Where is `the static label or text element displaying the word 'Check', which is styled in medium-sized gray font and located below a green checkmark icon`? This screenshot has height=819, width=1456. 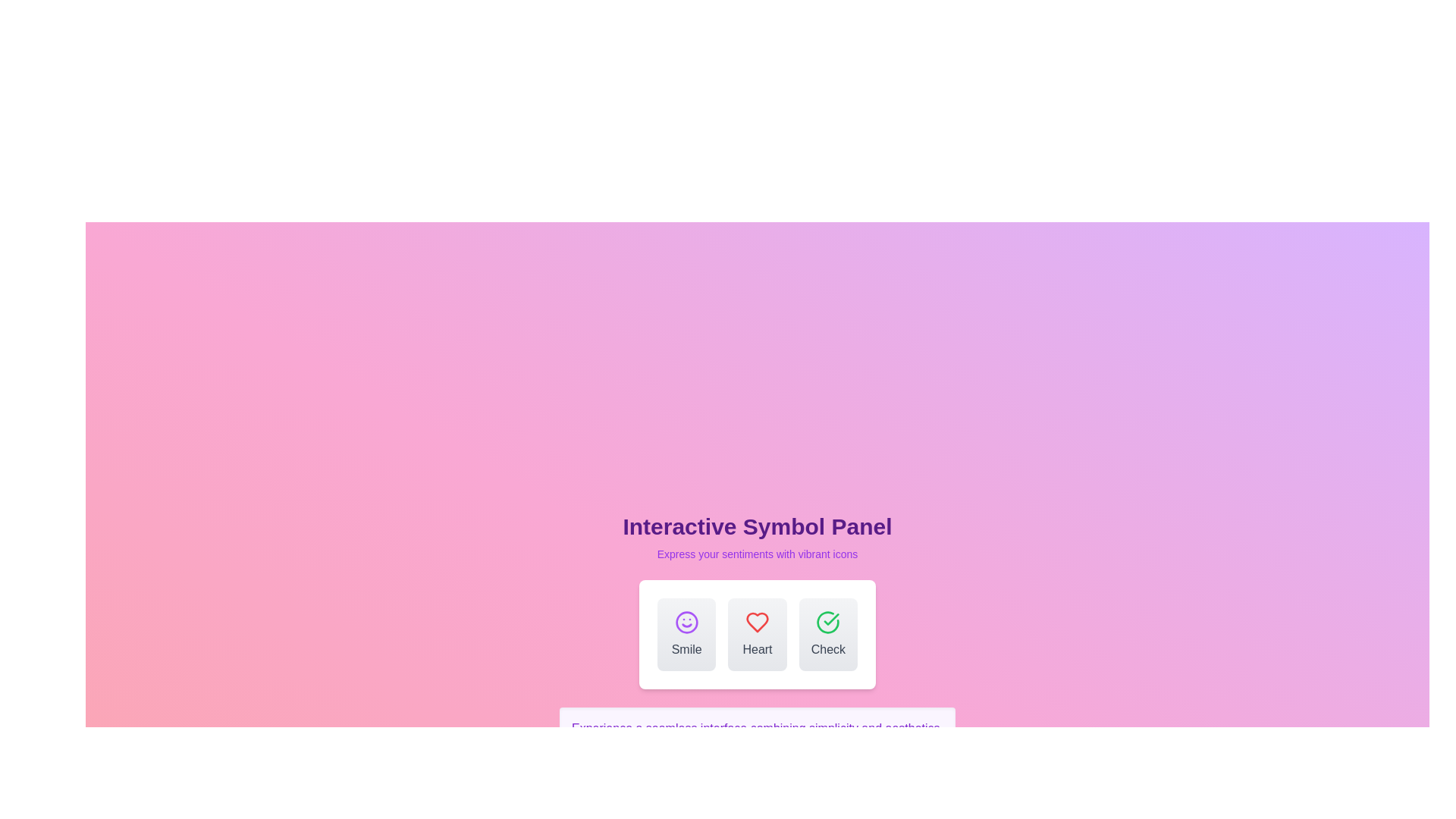
the static label or text element displaying the word 'Check', which is styled in medium-sized gray font and located below a green checkmark icon is located at coordinates (827, 648).